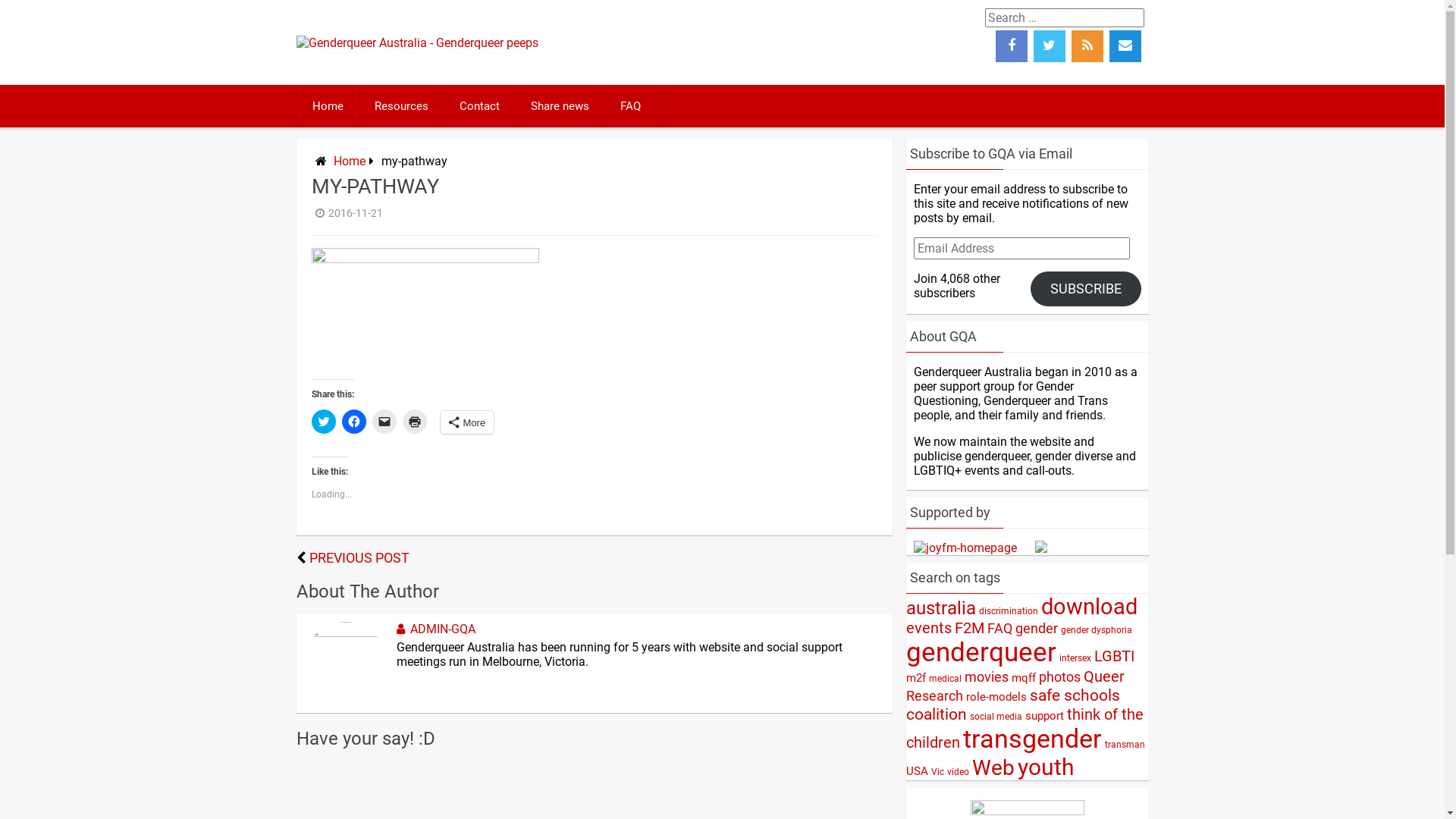 This screenshot has width=1456, height=819. What do you see at coordinates (1082, 676) in the screenshot?
I see `'Queer'` at bounding box center [1082, 676].